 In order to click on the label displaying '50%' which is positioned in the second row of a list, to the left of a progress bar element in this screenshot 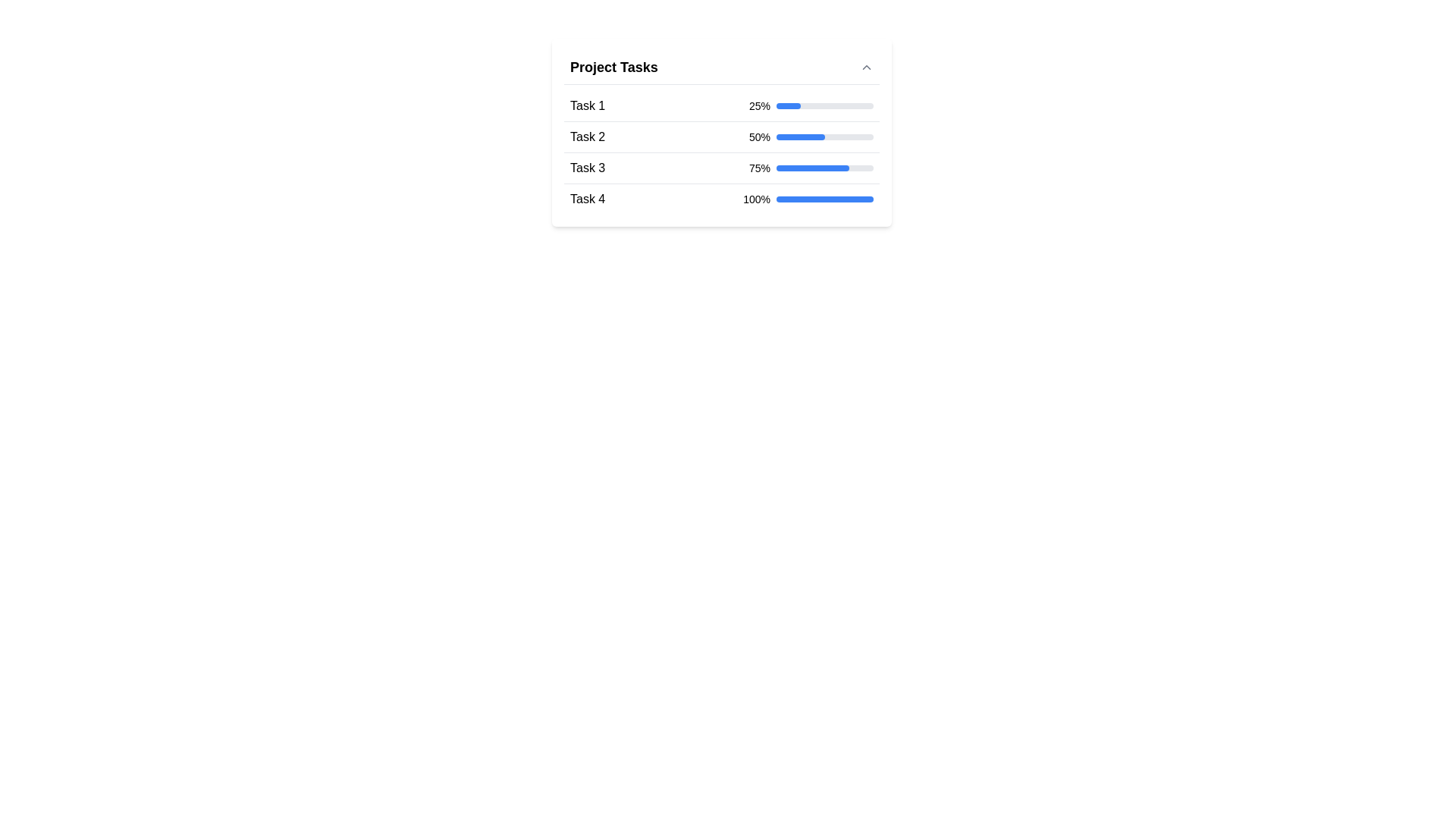, I will do `click(760, 137)`.